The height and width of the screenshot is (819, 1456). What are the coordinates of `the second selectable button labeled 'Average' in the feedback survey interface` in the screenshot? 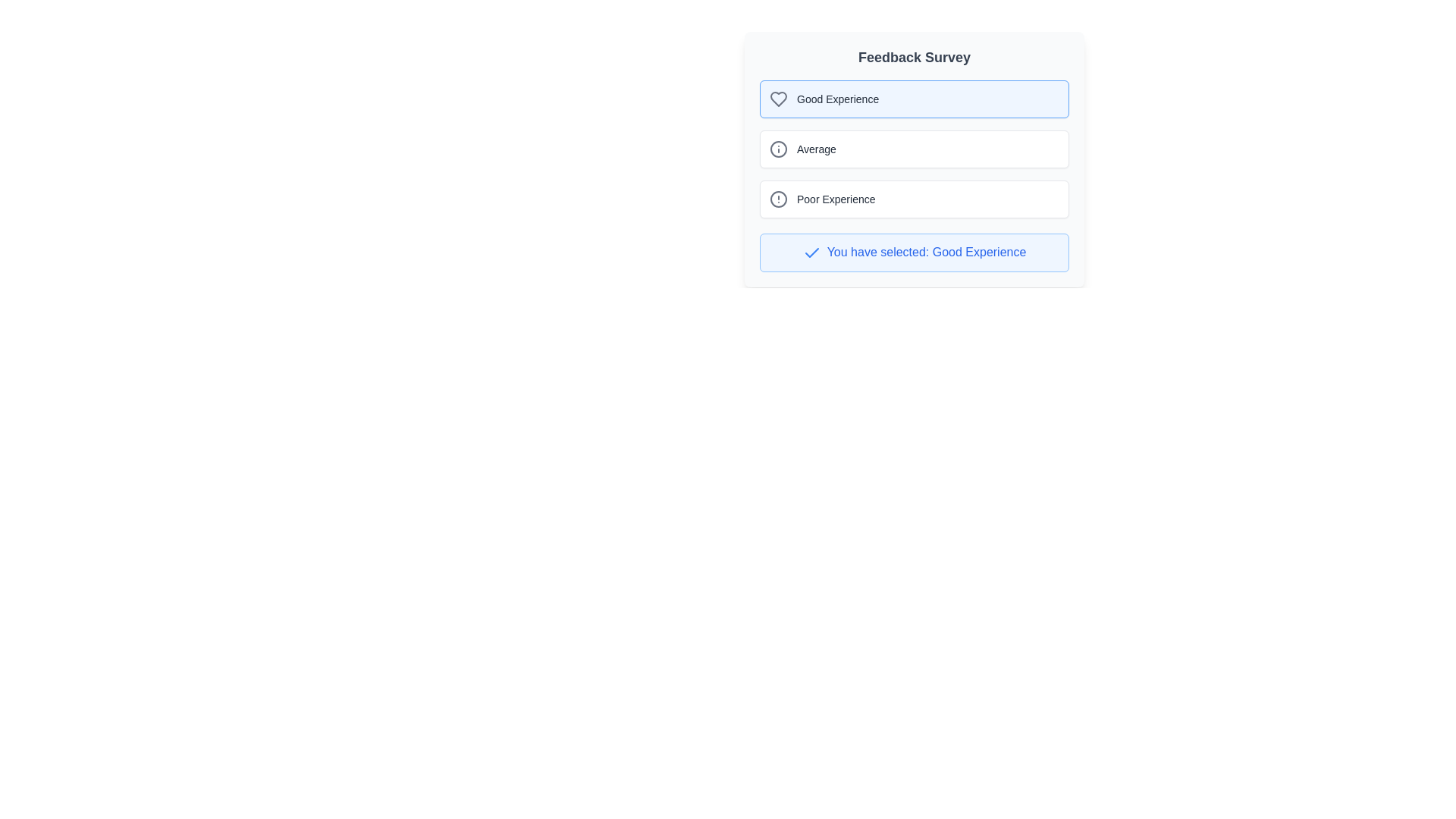 It's located at (913, 158).